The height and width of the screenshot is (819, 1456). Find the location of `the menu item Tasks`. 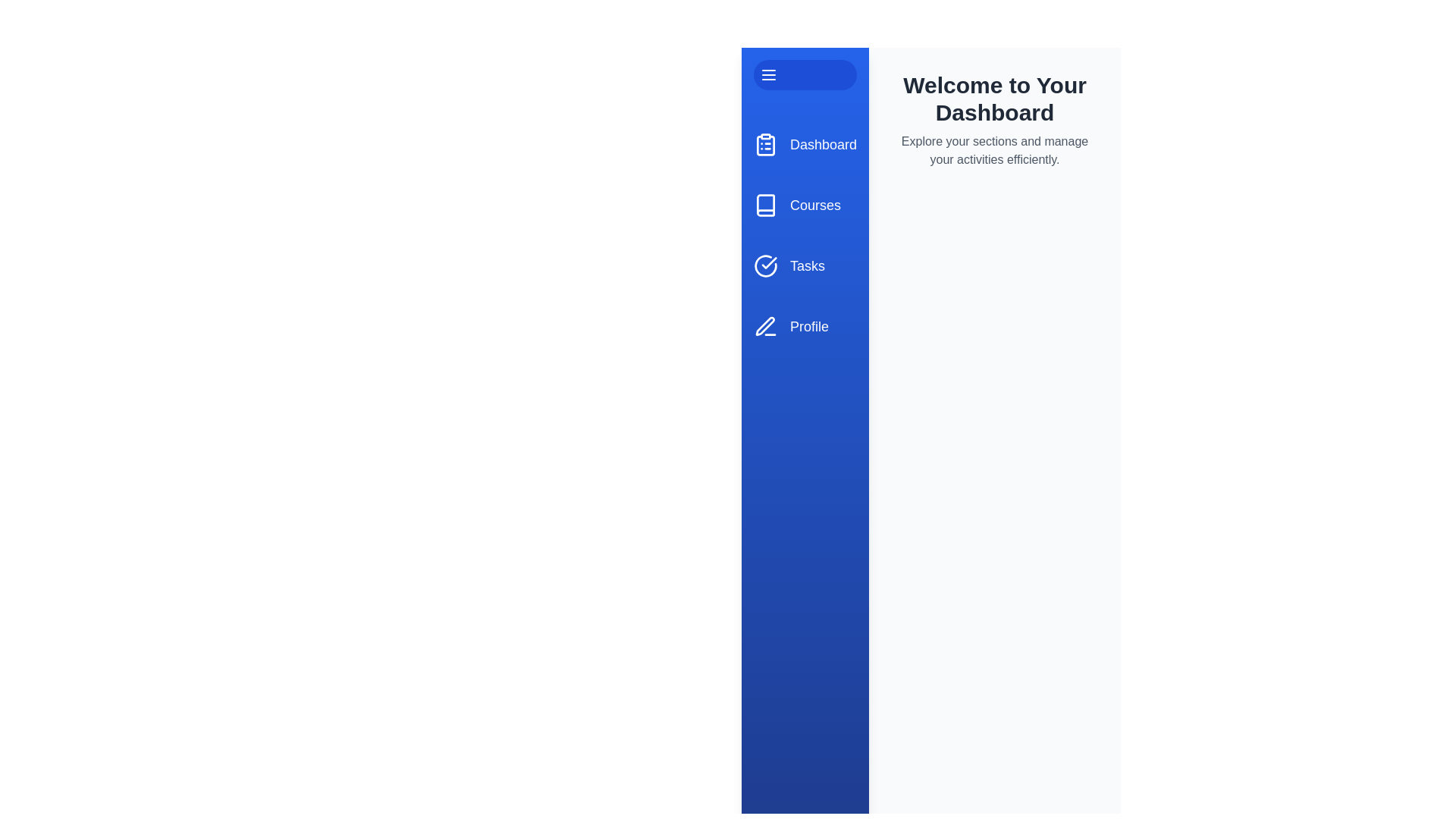

the menu item Tasks is located at coordinates (804, 265).